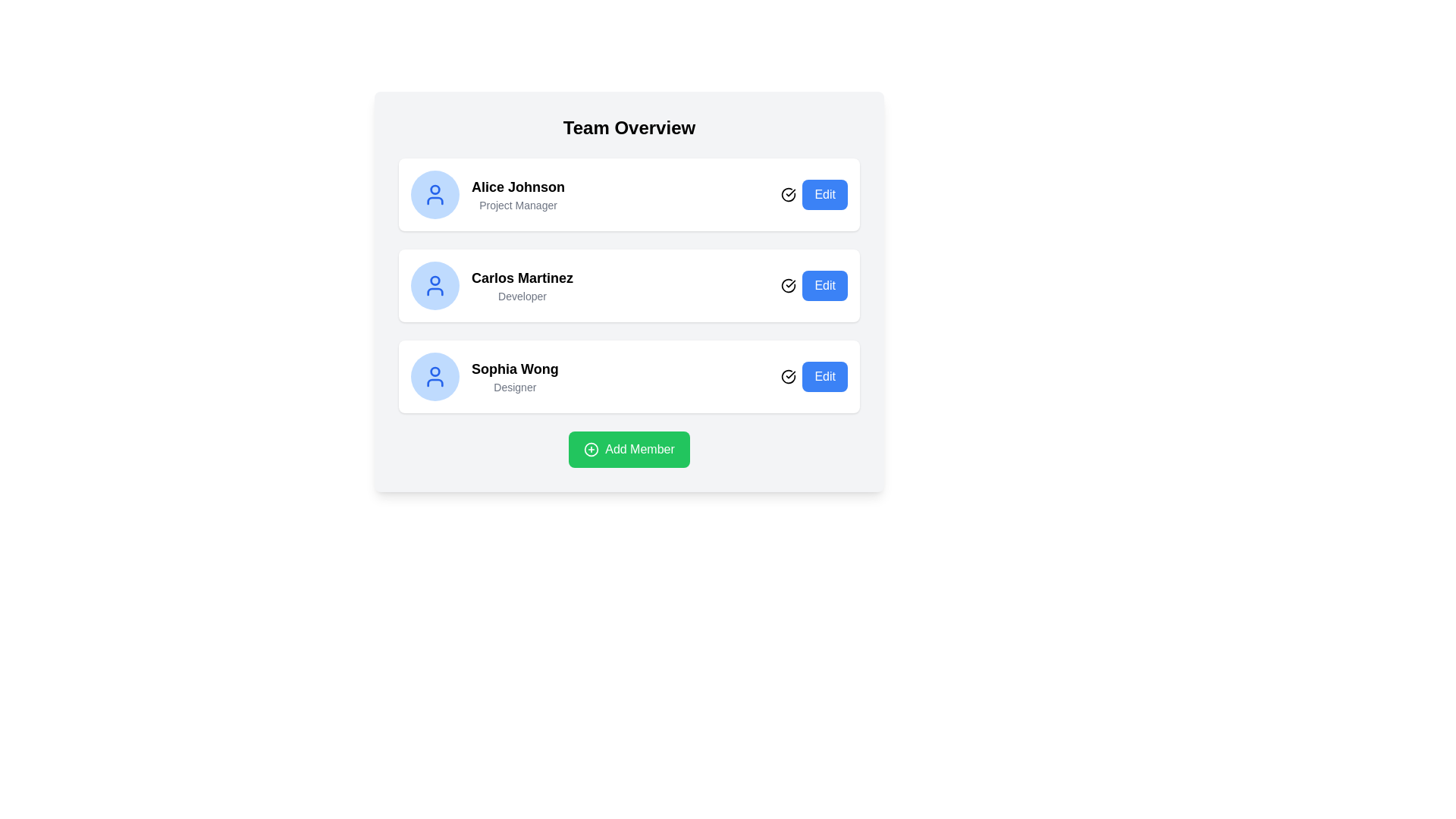 This screenshot has height=819, width=1456. I want to click on the 'Edit' button located at the bottom right of the 'Sophia Wong' profile entry to initiate the editing action for this specific profile, so click(814, 376).